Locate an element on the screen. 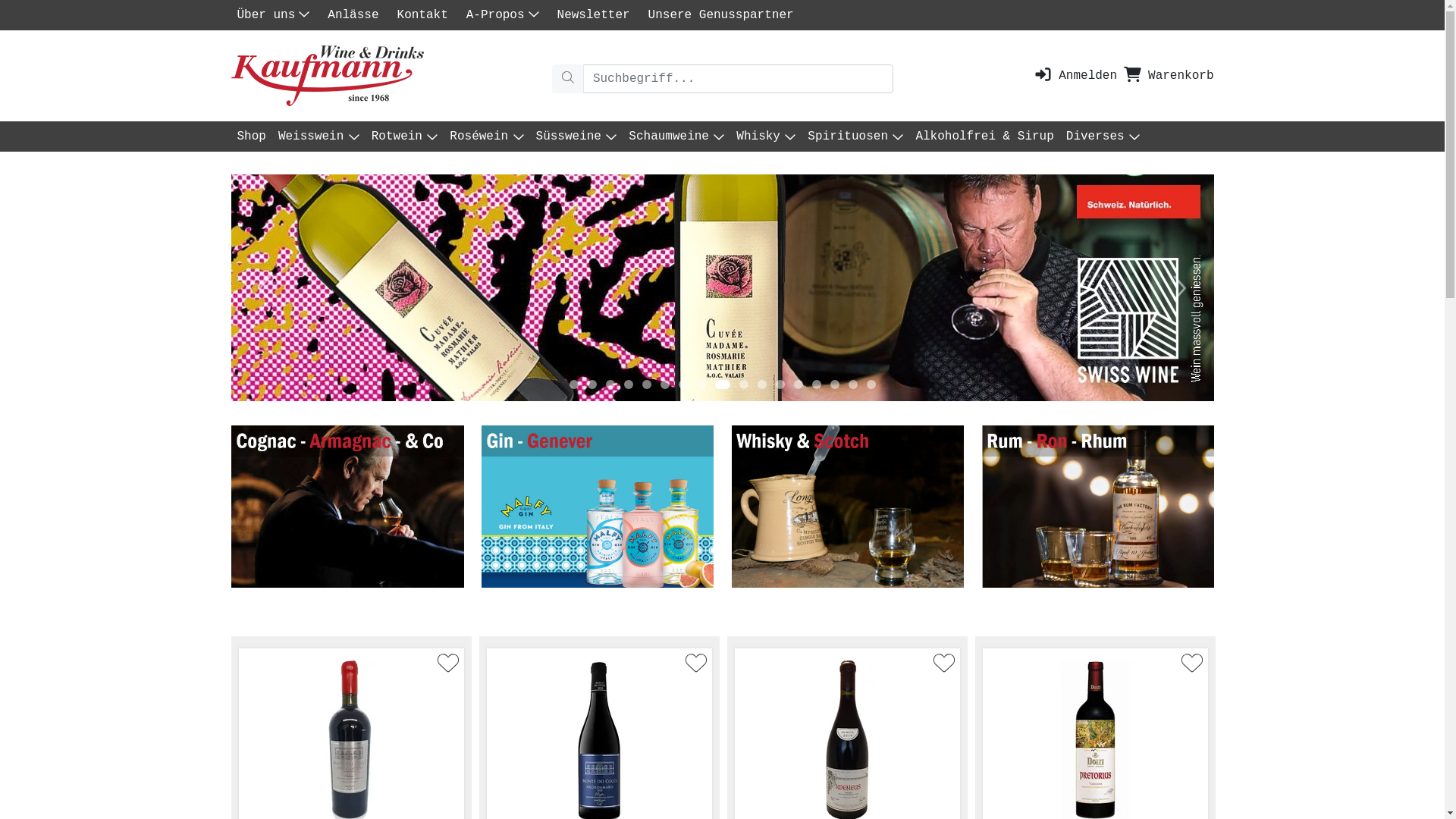 The width and height of the screenshot is (1456, 819). 'Anmelden' is located at coordinates (1074, 76).